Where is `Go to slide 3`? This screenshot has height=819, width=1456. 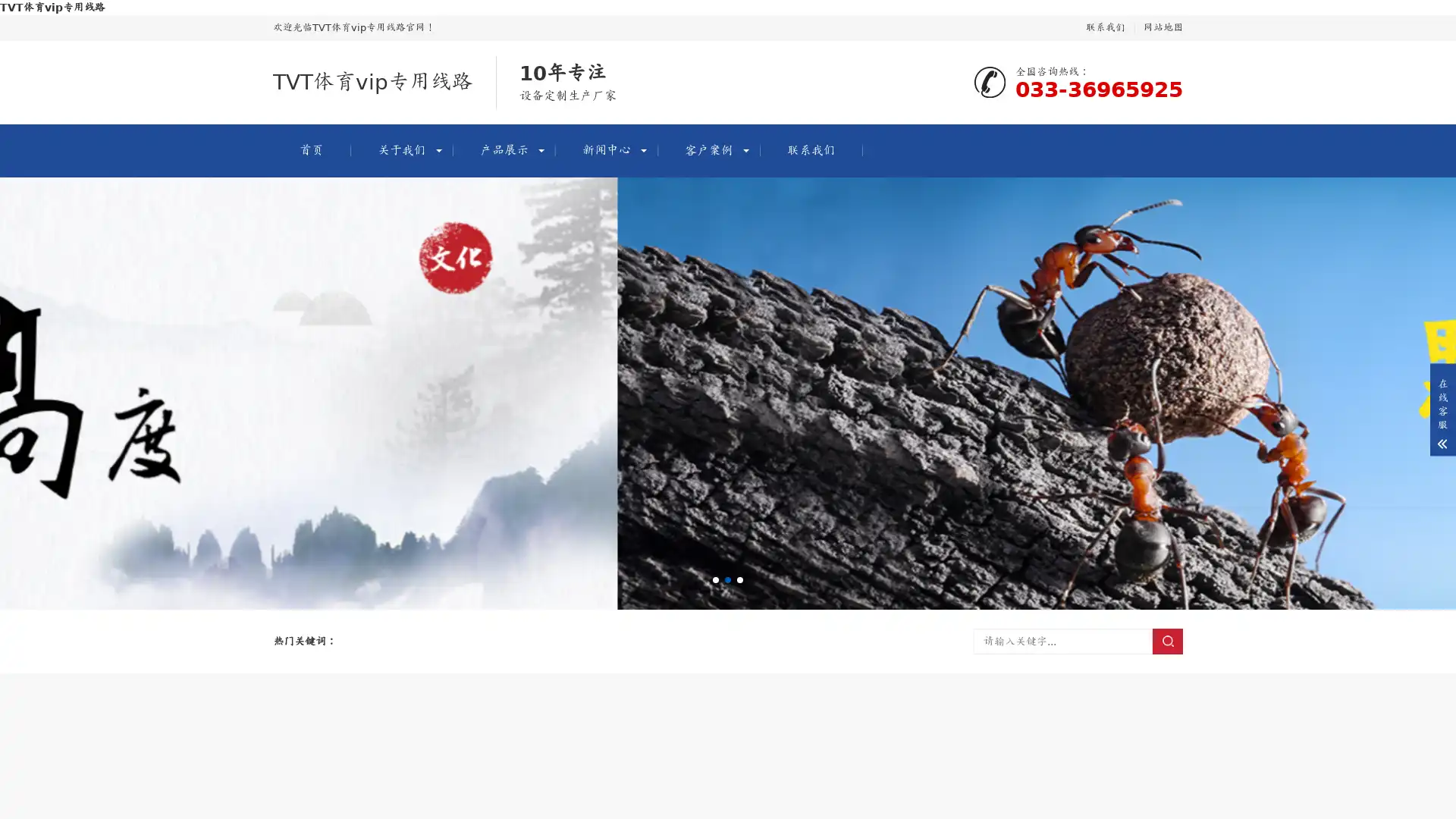
Go to slide 3 is located at coordinates (739, 579).